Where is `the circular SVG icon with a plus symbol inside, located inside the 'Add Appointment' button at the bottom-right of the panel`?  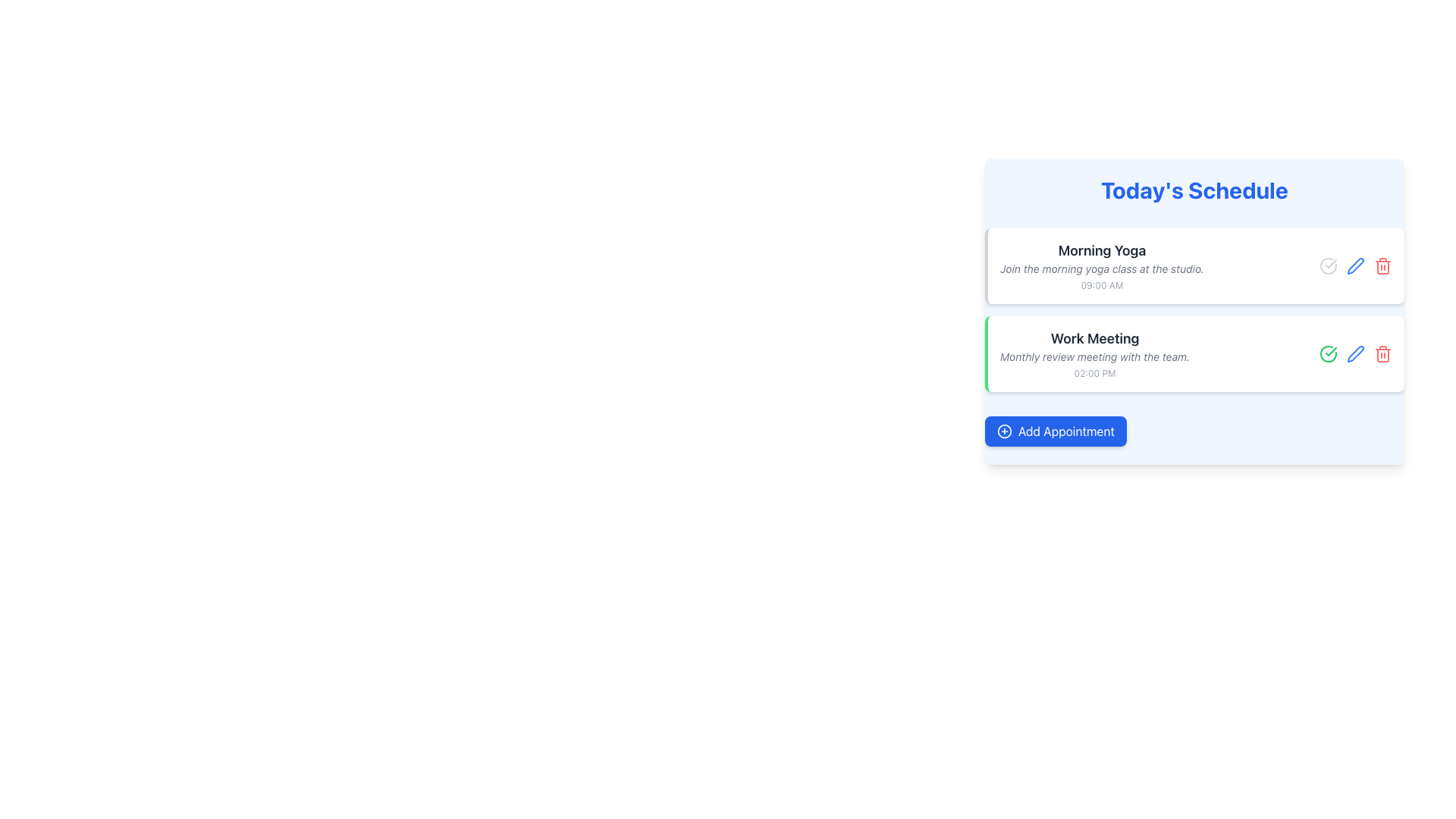 the circular SVG icon with a plus symbol inside, located inside the 'Add Appointment' button at the bottom-right of the panel is located at coordinates (1004, 431).